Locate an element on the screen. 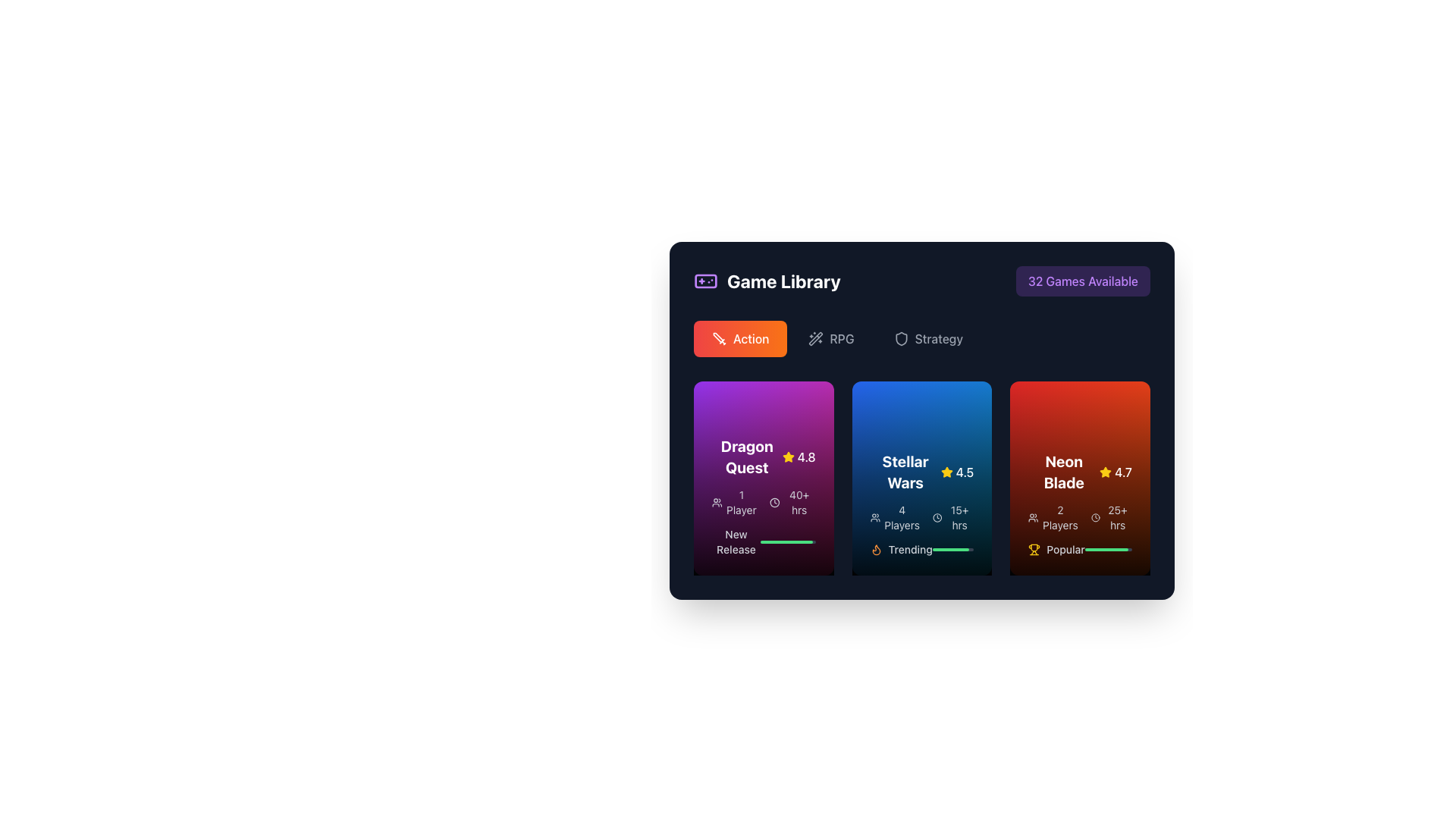  the 'Stellar Wars' title label in the 'Game Library' interface is located at coordinates (905, 472).